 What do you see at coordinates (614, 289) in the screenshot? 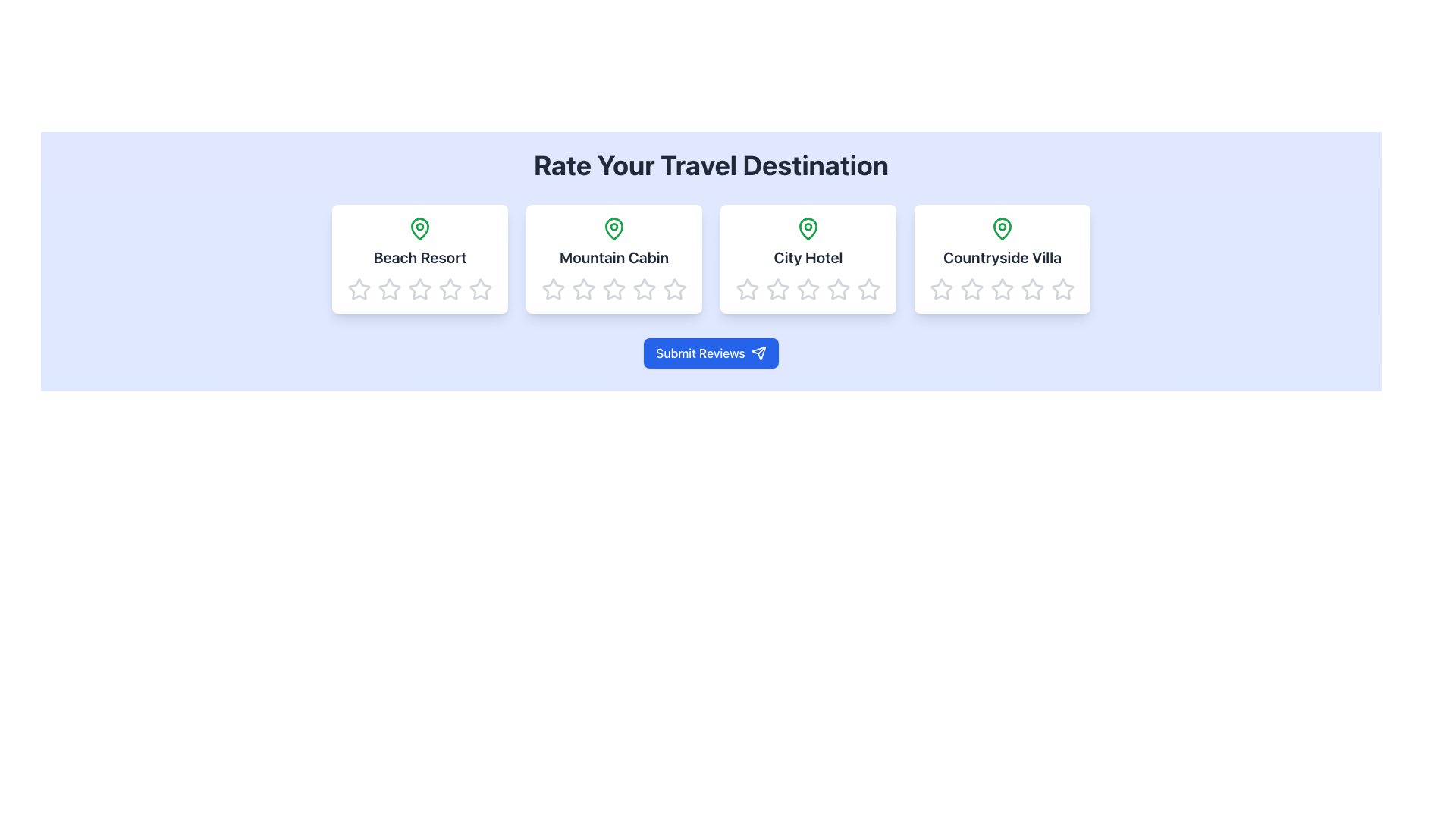
I see `the star icon in the Rating component below the 'Mountain Cabin' label` at bounding box center [614, 289].